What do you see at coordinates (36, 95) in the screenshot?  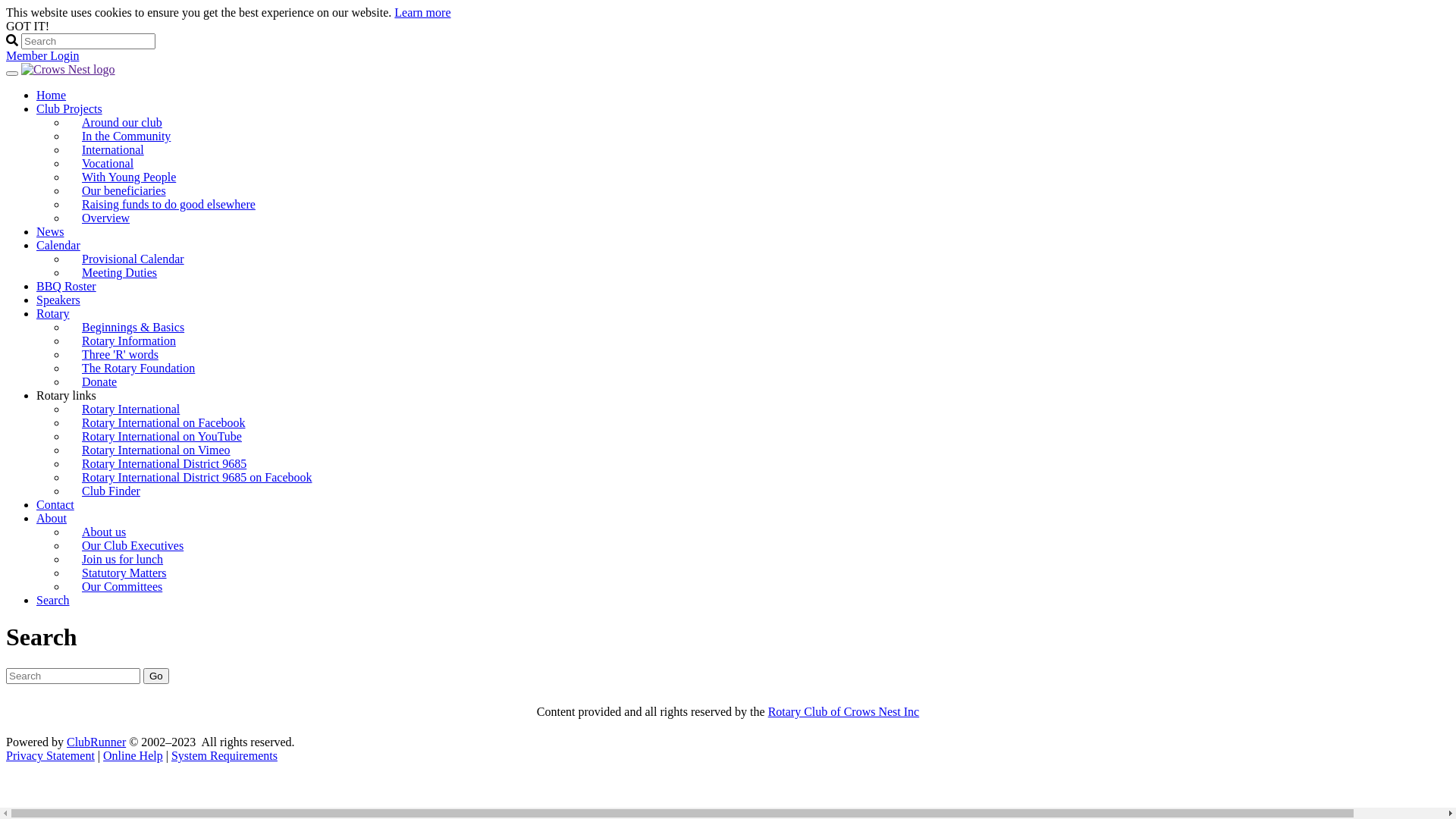 I see `'Home'` at bounding box center [36, 95].